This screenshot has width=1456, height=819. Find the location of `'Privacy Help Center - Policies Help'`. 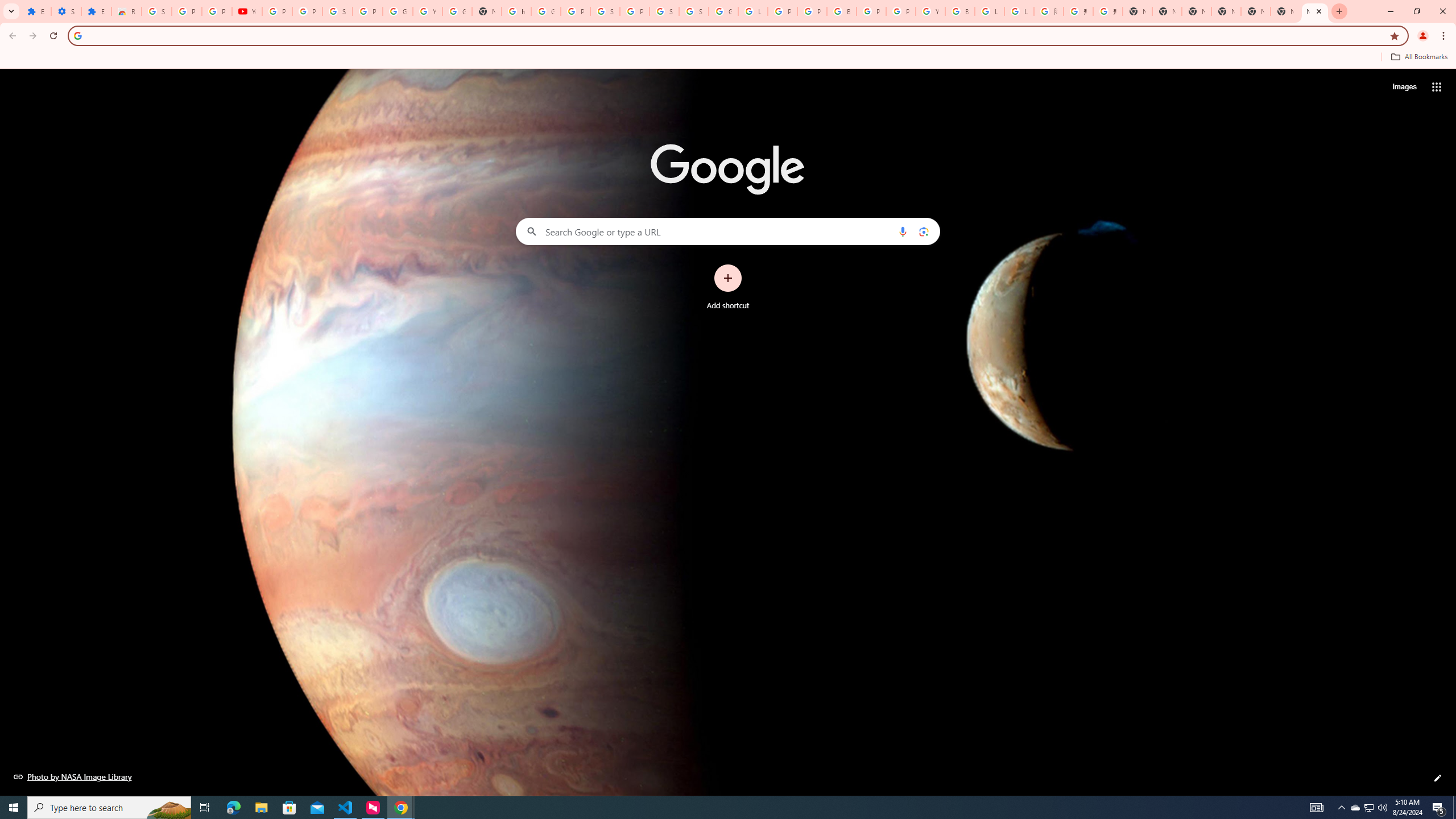

'Privacy Help Center - Policies Help' is located at coordinates (782, 11).